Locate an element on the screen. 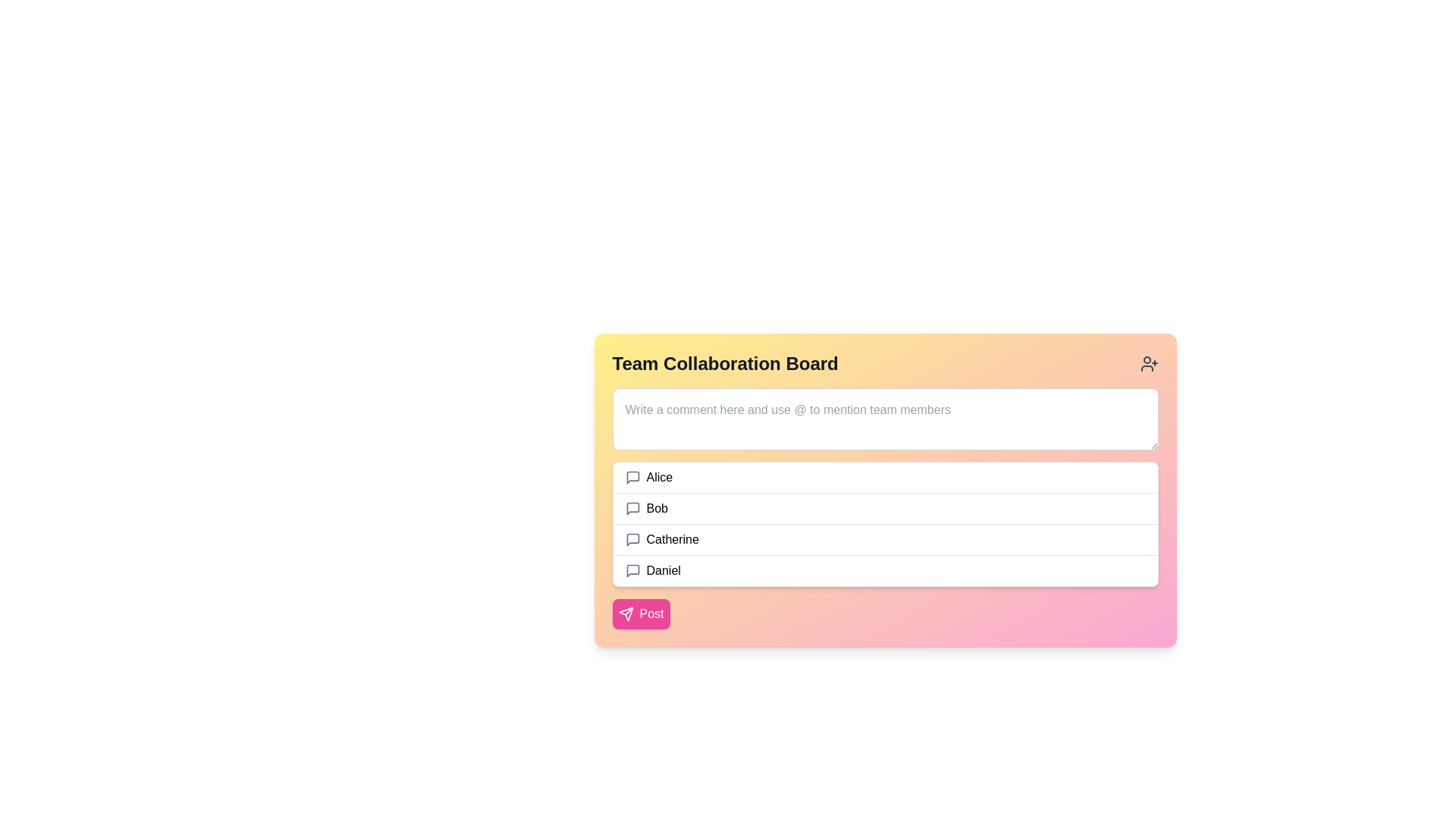 This screenshot has height=819, width=1456. the list item highlighting 'Bob' is located at coordinates (885, 516).